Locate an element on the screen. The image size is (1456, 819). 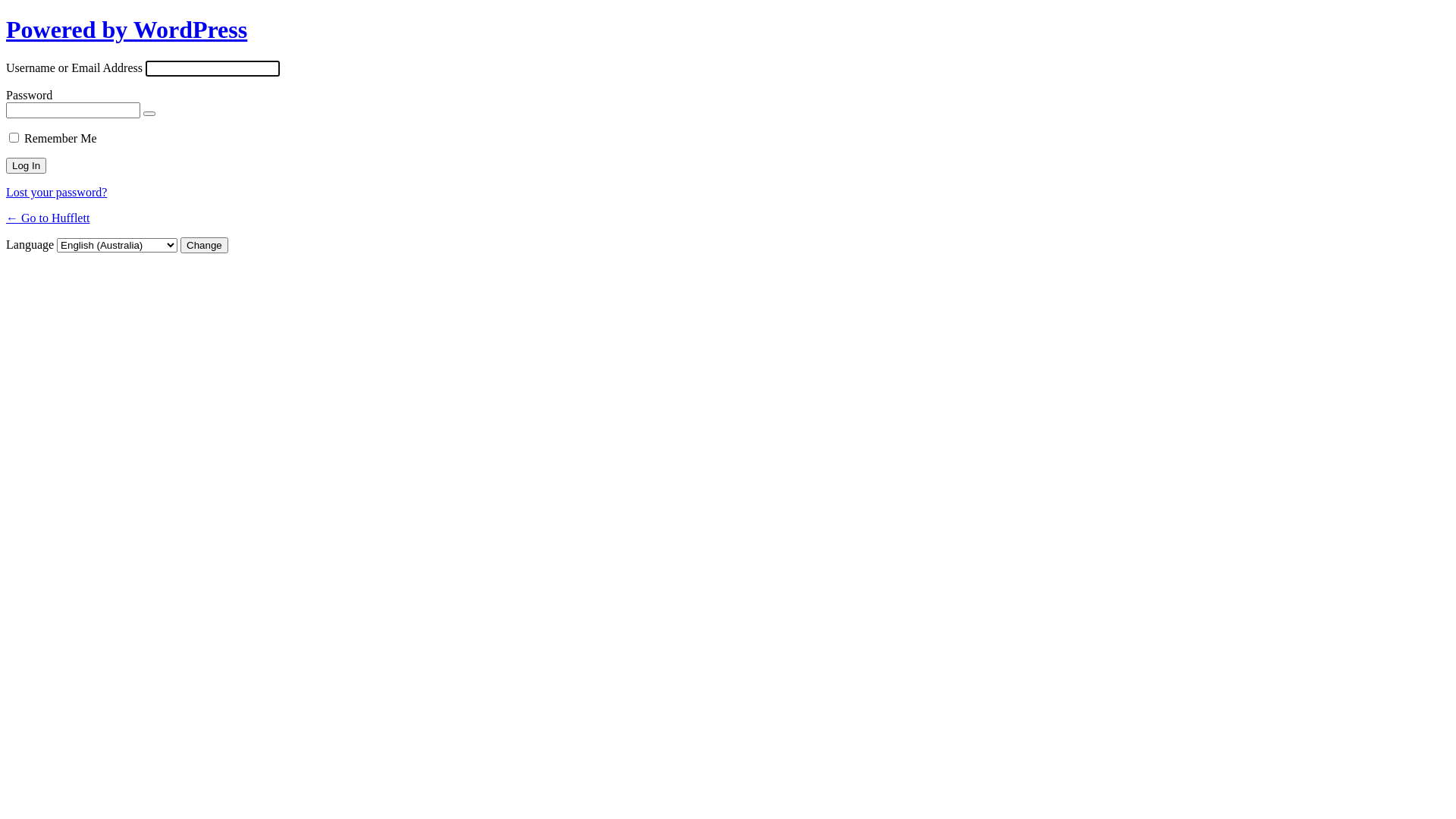
'Change' is located at coordinates (203, 244).